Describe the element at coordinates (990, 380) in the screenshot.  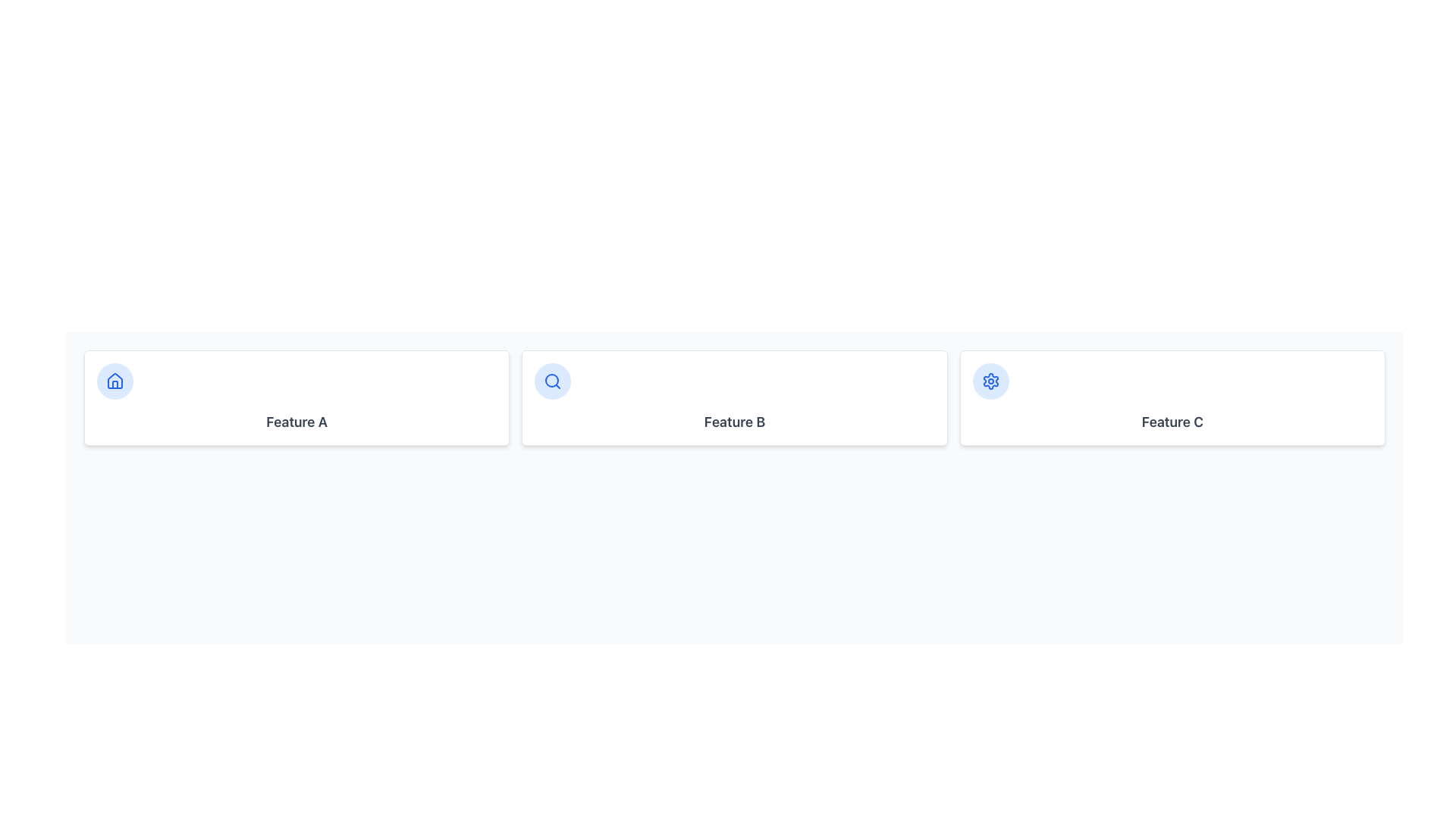
I see `the settings icon located at the top-left corner inside the card labeled 'Feature C', which is the rightmost card in a group of three horizontal cards` at that location.